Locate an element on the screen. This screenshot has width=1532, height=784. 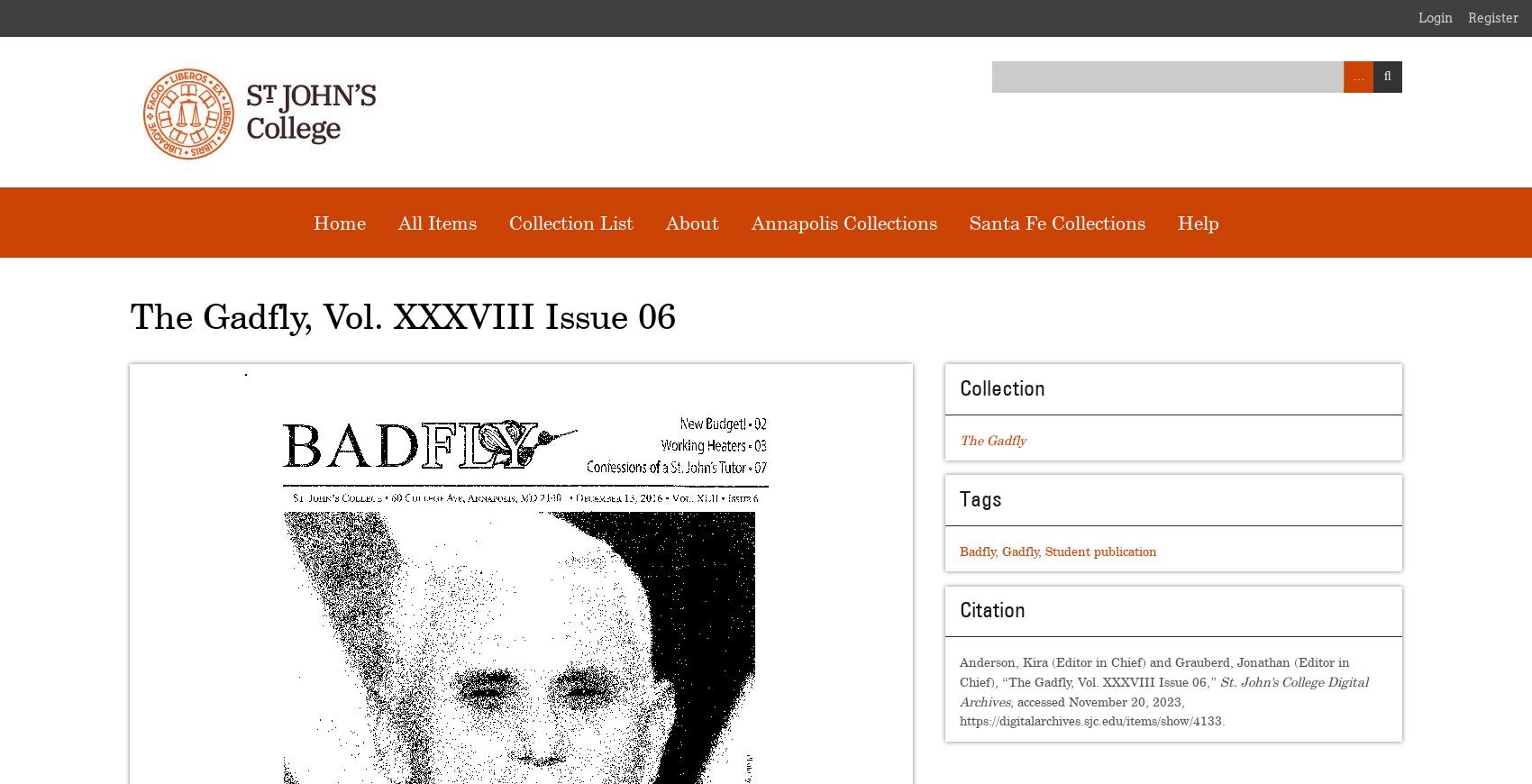
'Santa Fe Collections' is located at coordinates (1055, 222).